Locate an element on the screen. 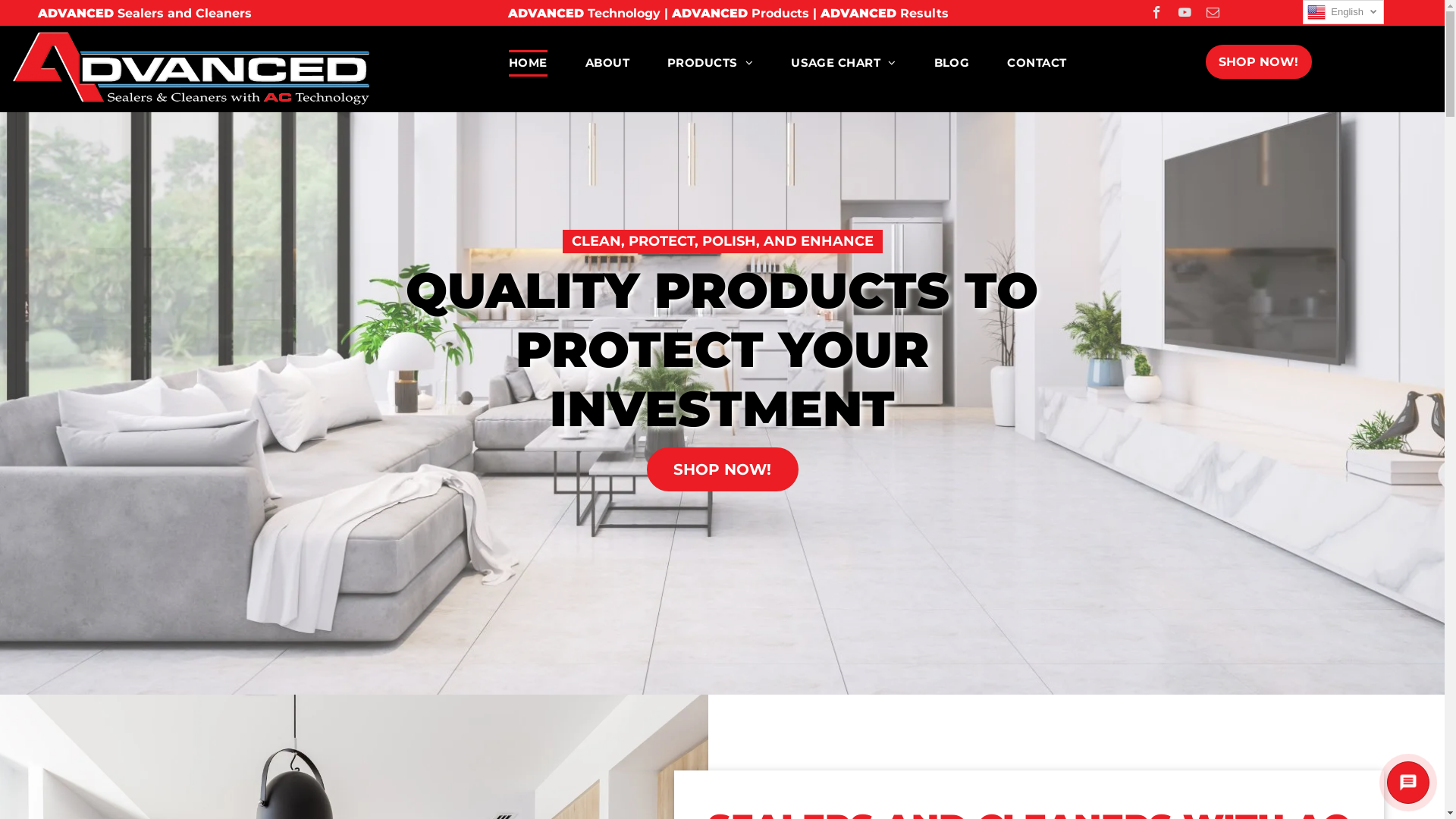 This screenshot has width=1456, height=819. 'HOME' is located at coordinates (528, 62).